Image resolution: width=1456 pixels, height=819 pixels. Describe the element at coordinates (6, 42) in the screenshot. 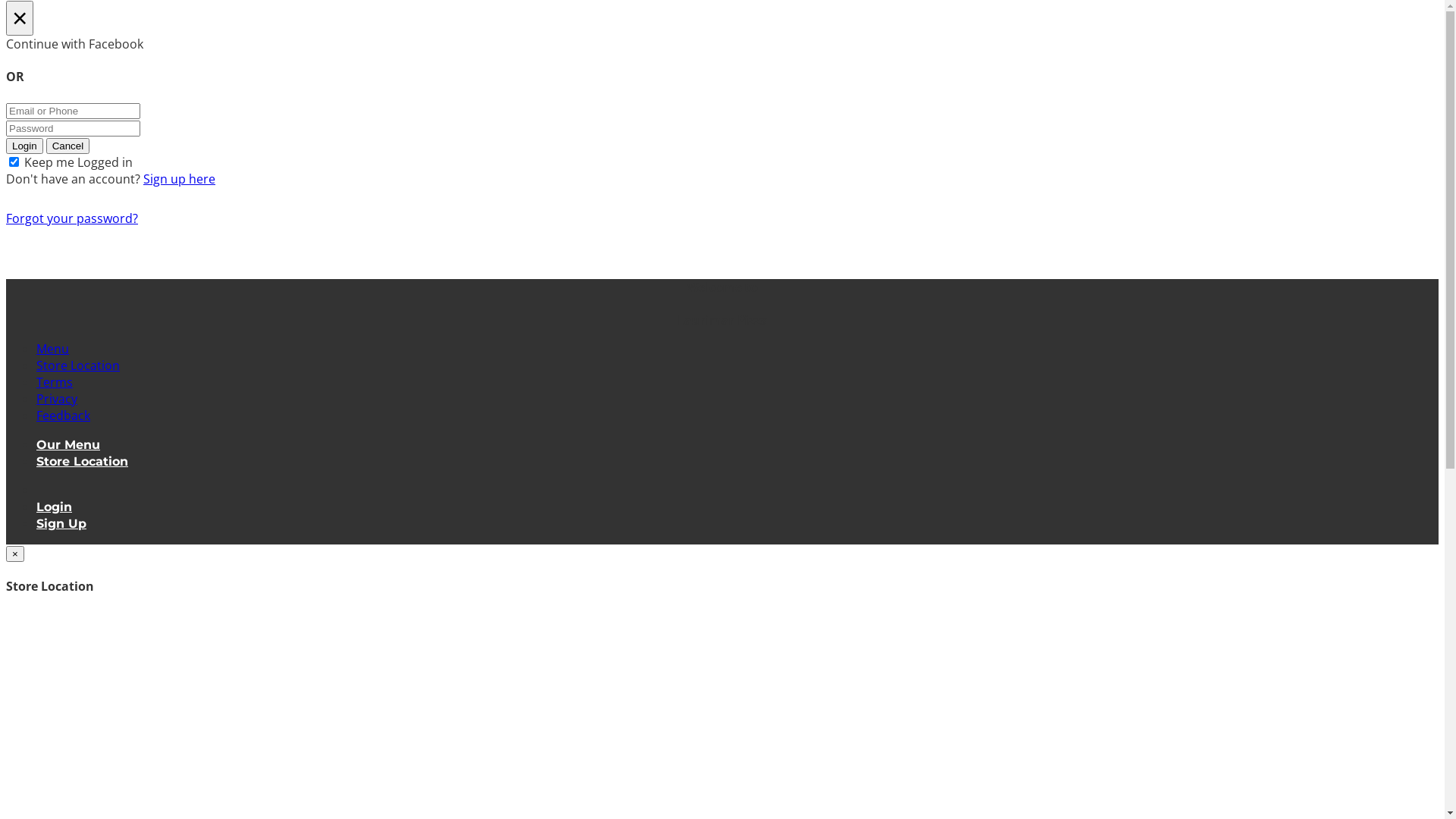

I see `'Continue with Facebook'` at that location.